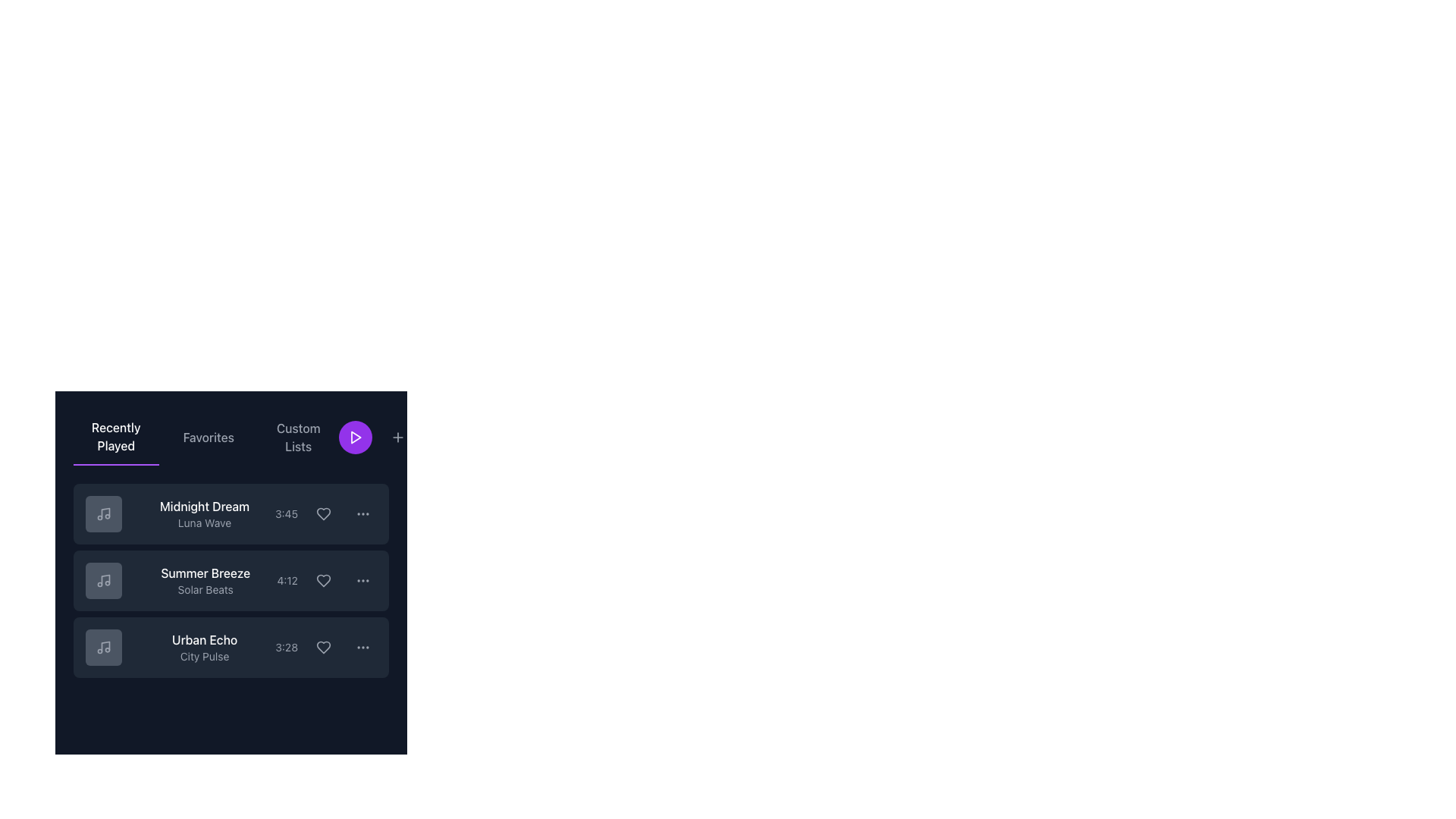 The width and height of the screenshot is (1456, 819). Describe the element at coordinates (323, 647) in the screenshot. I see `the heart-shaped icon button that allows users to mark the media item as a favorite, which is positioned to the right of the third item in the 'Recently Played' list, aligned with the song duration text ('3:28')` at that location.